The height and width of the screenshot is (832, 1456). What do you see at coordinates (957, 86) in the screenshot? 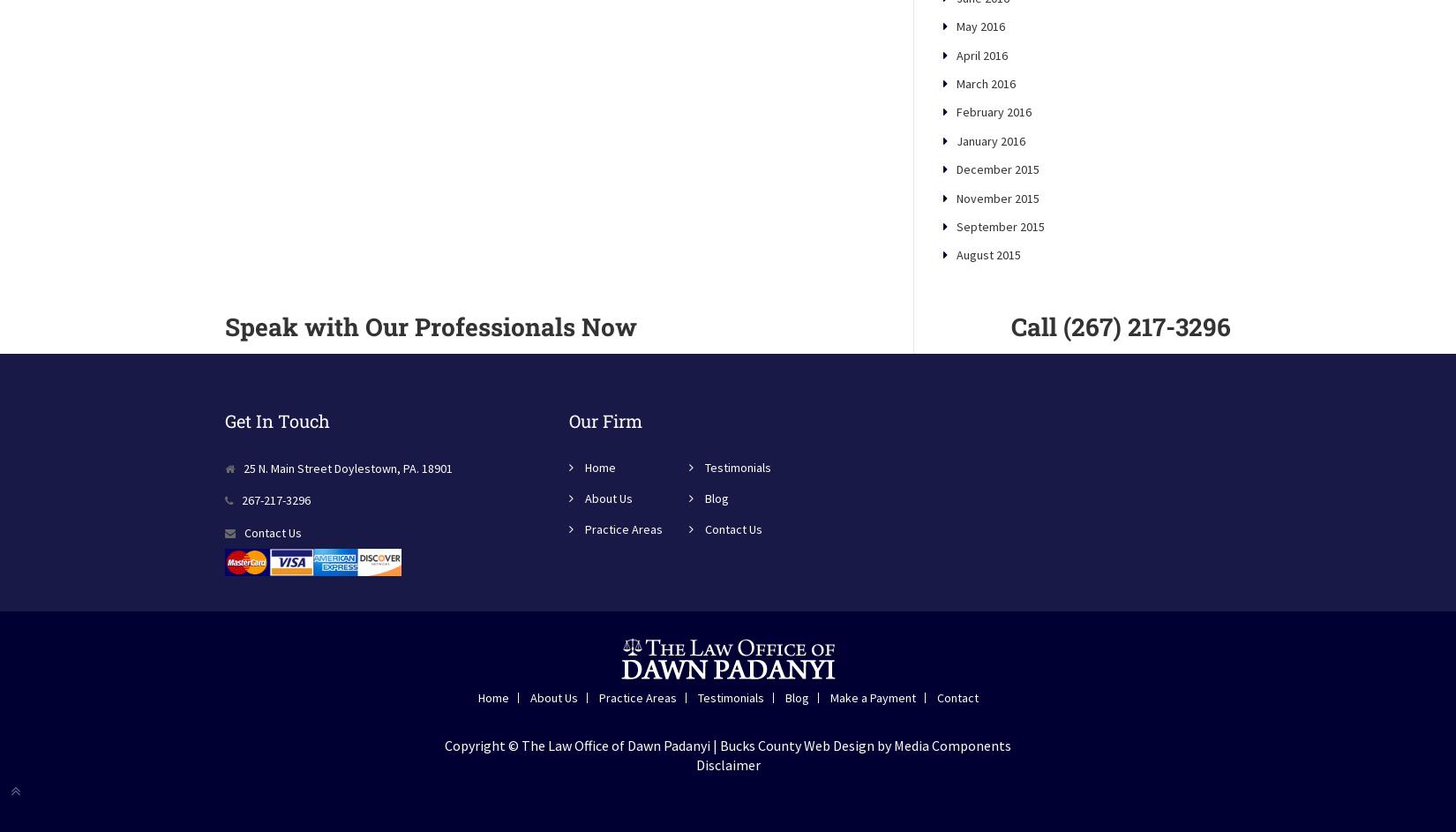
I see `'May 2016'` at bounding box center [957, 86].